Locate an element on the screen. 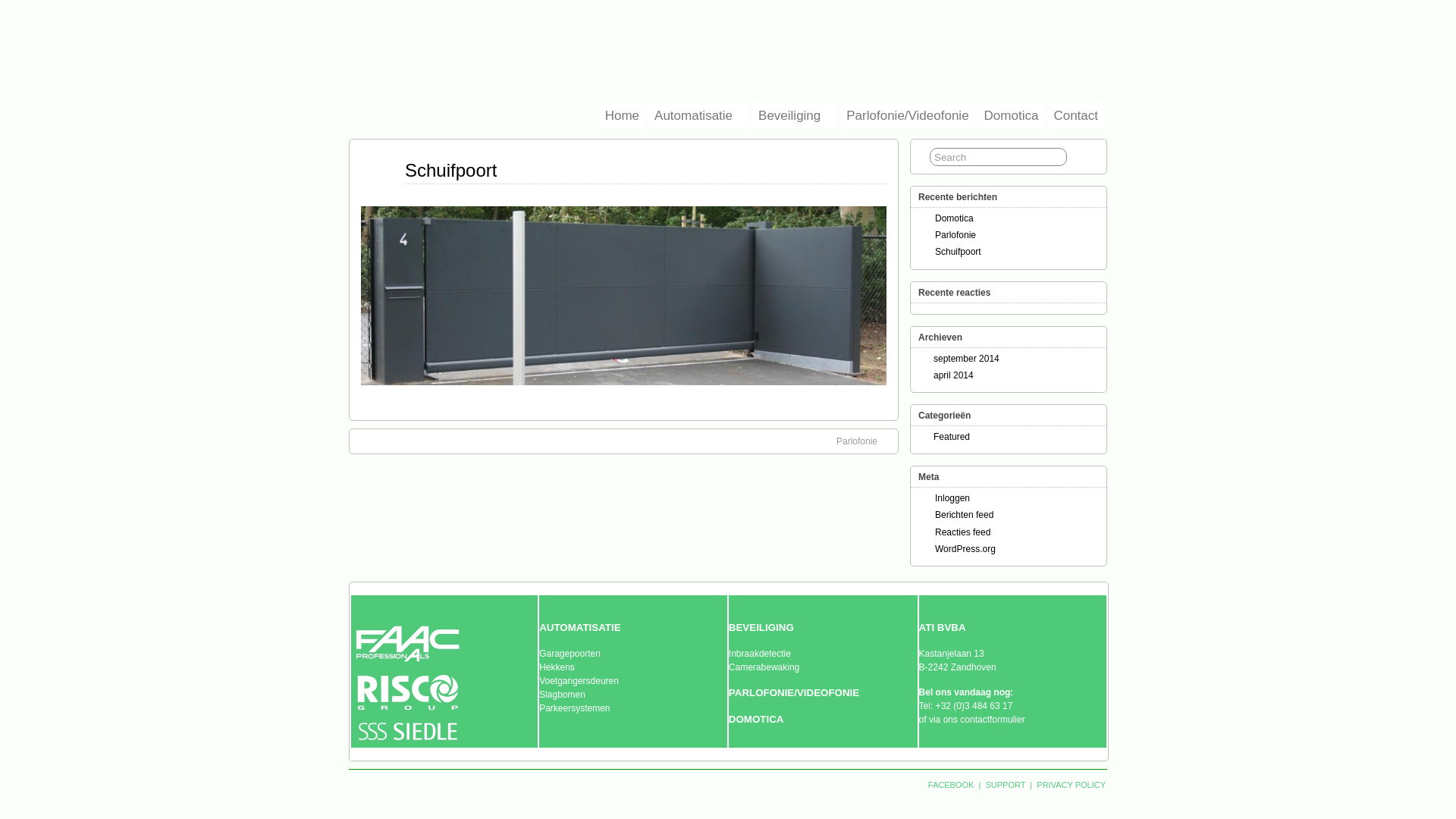 Image resolution: width=1456 pixels, height=819 pixels. ' PRIVACY POLICY' is located at coordinates (1069, 784).